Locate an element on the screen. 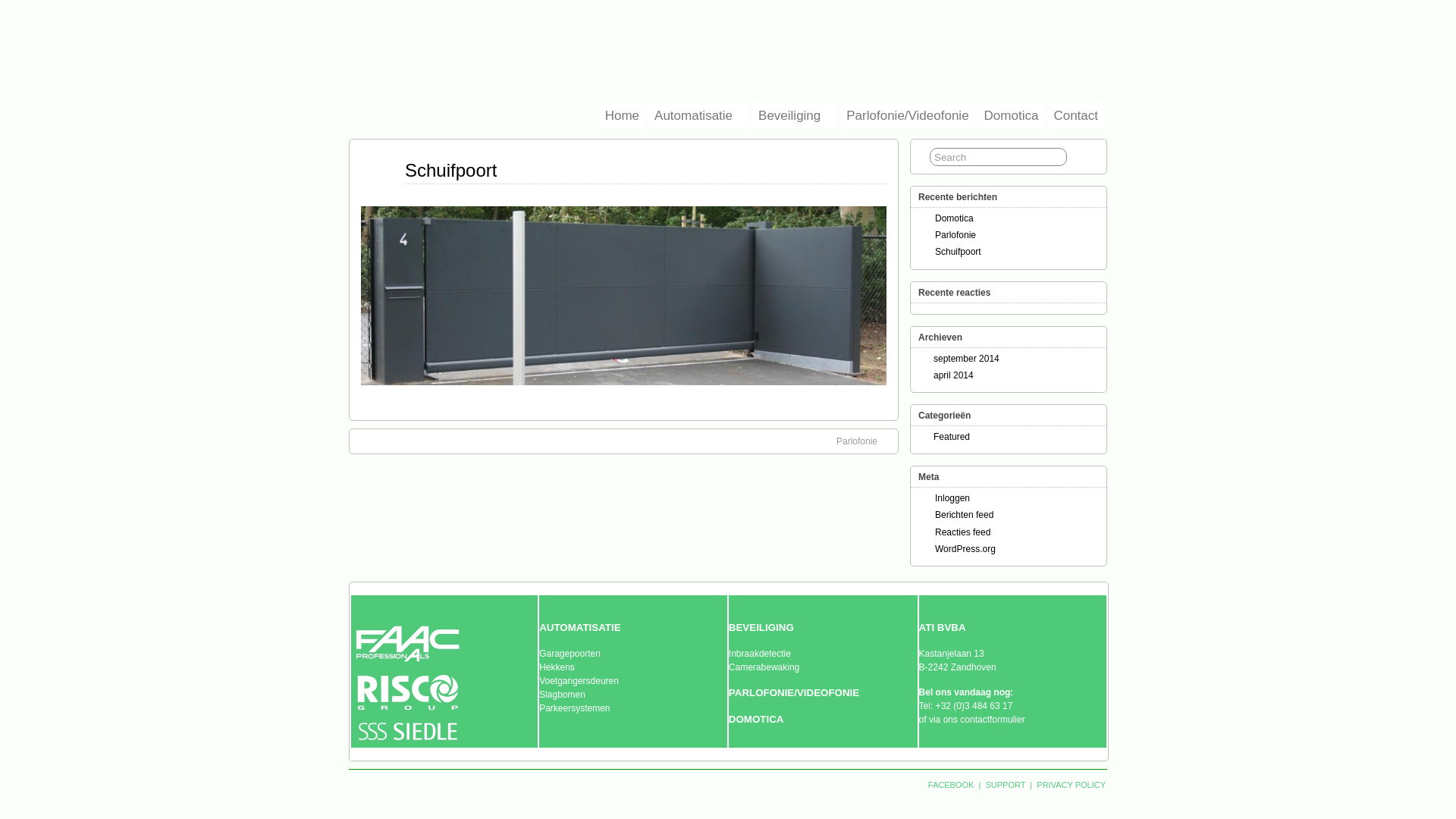 Image resolution: width=1456 pixels, height=819 pixels. ' PRIVACY POLICY' is located at coordinates (1069, 784).